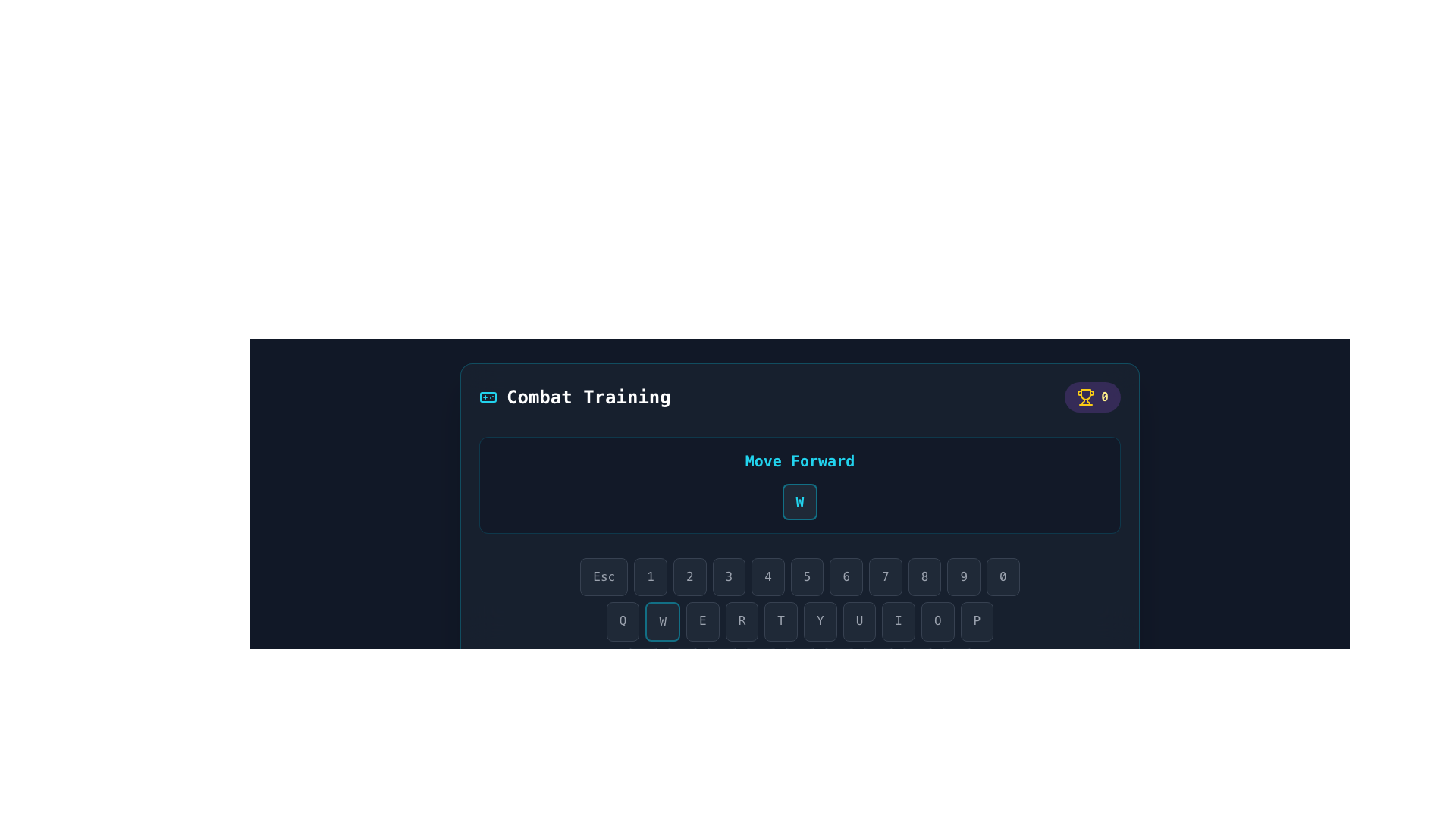  I want to click on the gold-colored graphical representation within the trophy badge located in the top-right corner of the interface, so click(1085, 394).